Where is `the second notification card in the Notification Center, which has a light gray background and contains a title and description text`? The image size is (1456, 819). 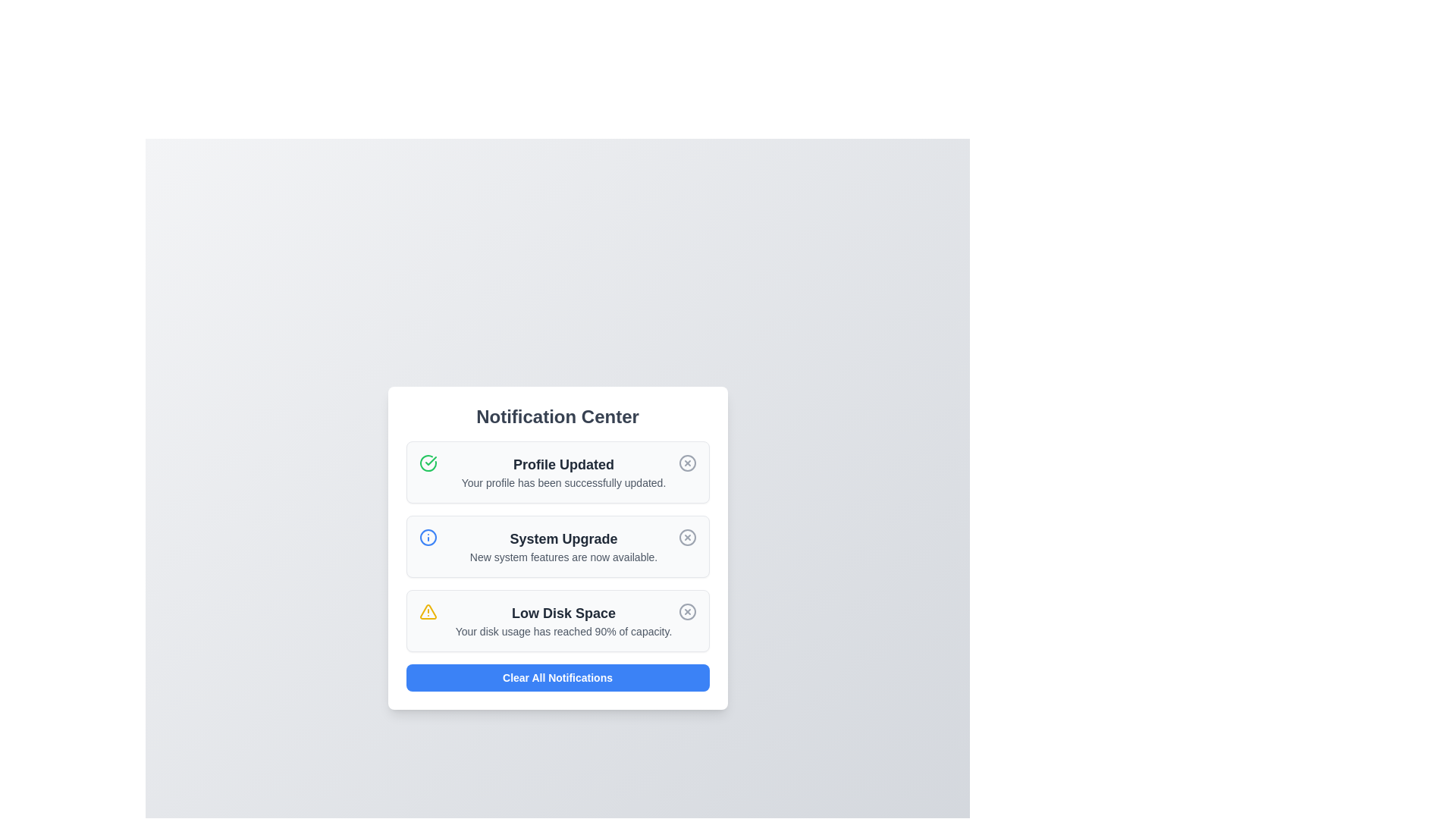 the second notification card in the Notification Center, which has a light gray background and contains a title and description text is located at coordinates (557, 547).